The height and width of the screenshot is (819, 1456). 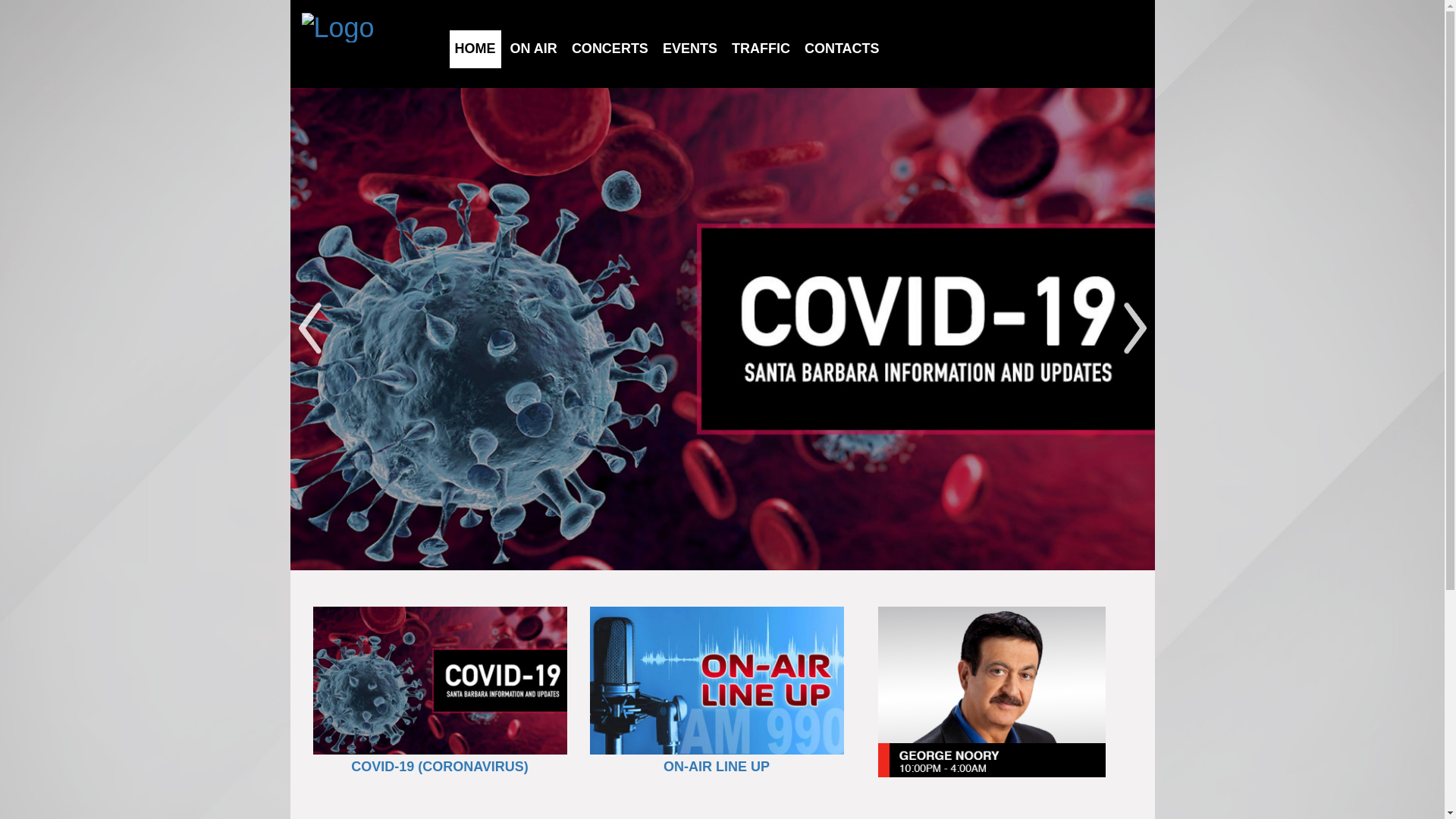 What do you see at coordinates (689, 48) in the screenshot?
I see `'EVENTS'` at bounding box center [689, 48].